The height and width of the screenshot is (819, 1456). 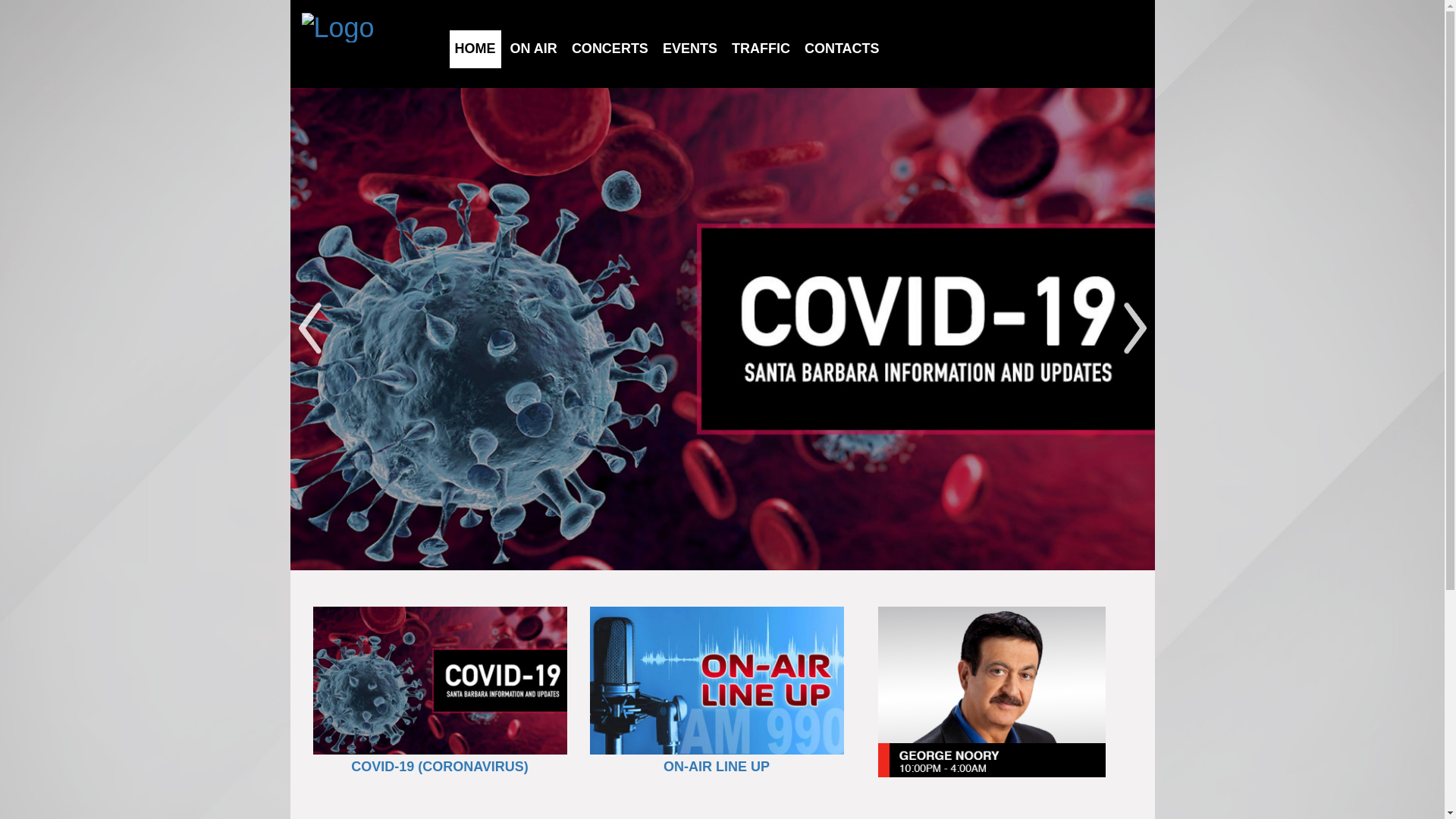 What do you see at coordinates (689, 48) in the screenshot?
I see `'EVENTS'` at bounding box center [689, 48].